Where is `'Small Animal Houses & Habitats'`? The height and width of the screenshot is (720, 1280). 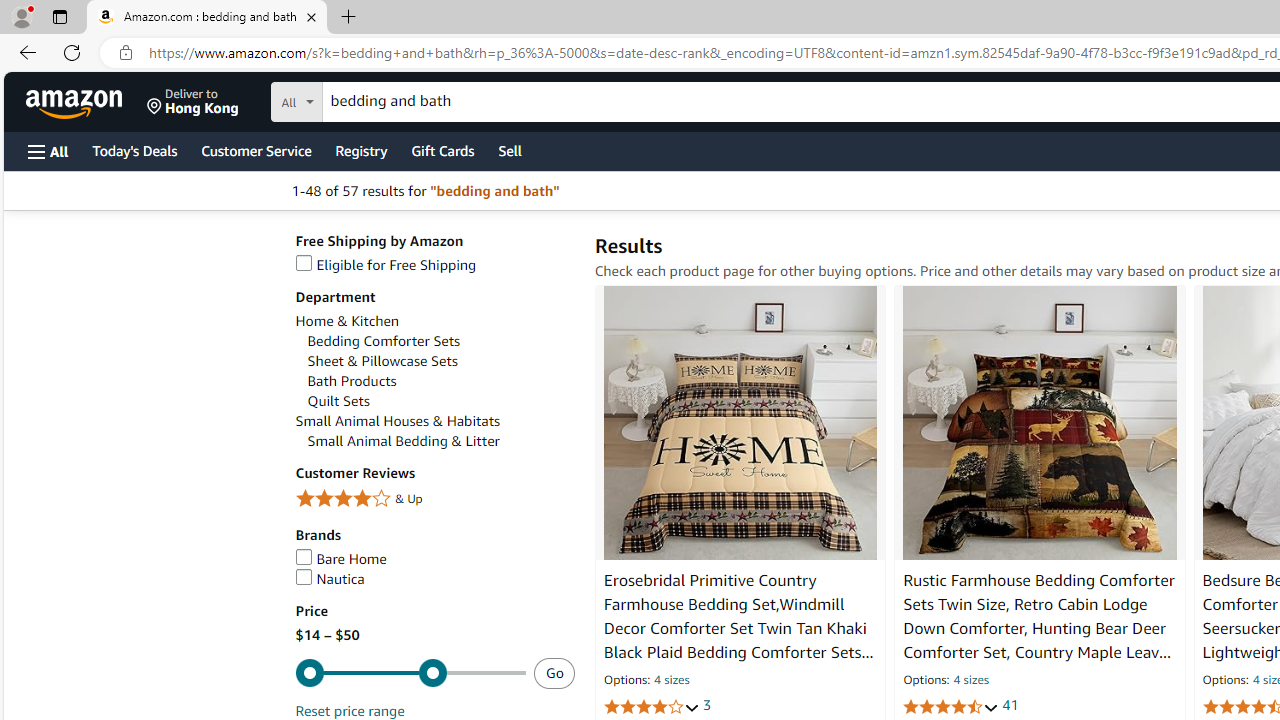 'Small Animal Houses & Habitats' is located at coordinates (433, 420).